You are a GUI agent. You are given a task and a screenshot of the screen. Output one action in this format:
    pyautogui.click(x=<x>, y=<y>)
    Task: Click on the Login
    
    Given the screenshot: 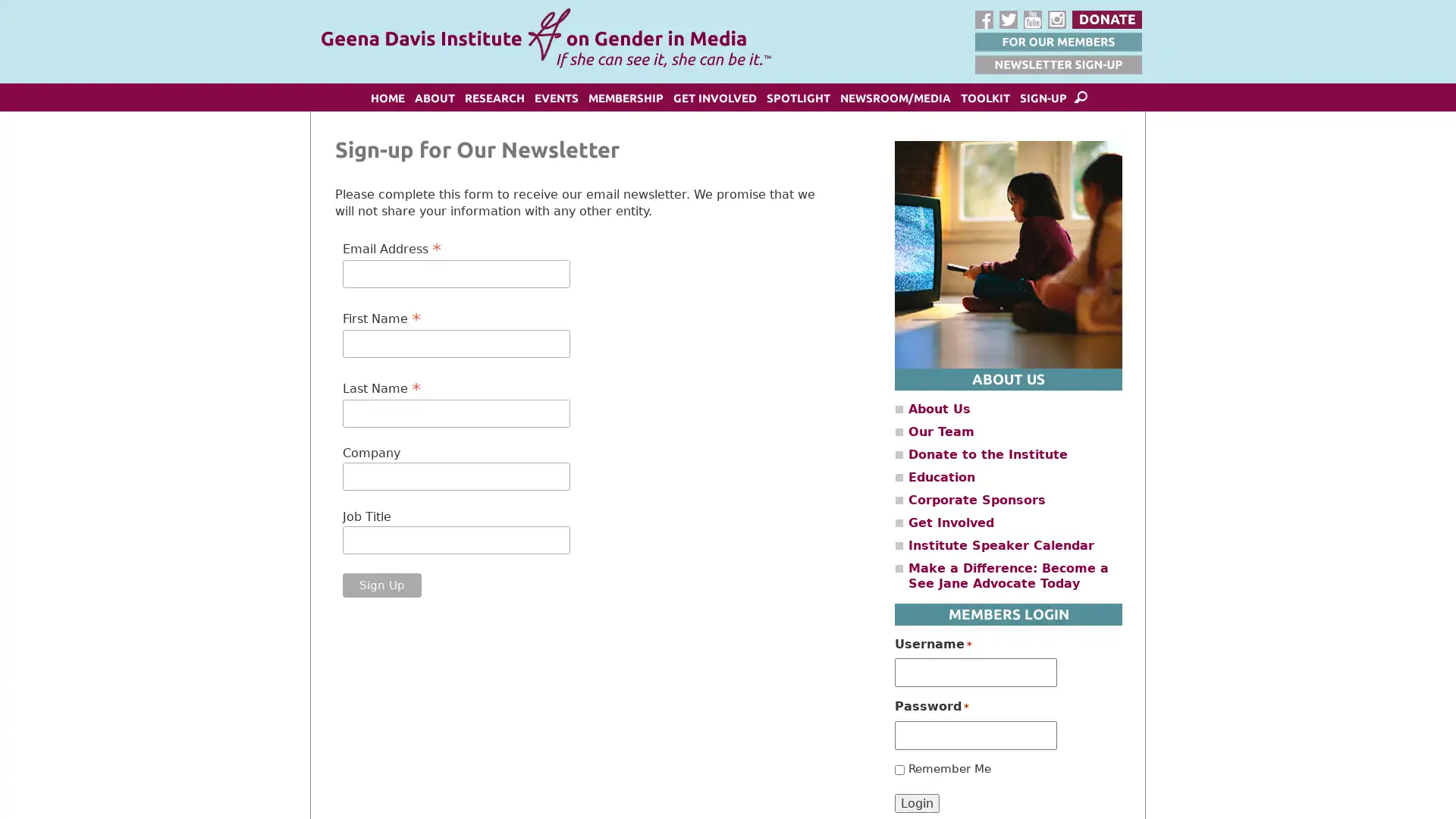 What is the action you would take?
    pyautogui.click(x=916, y=802)
    